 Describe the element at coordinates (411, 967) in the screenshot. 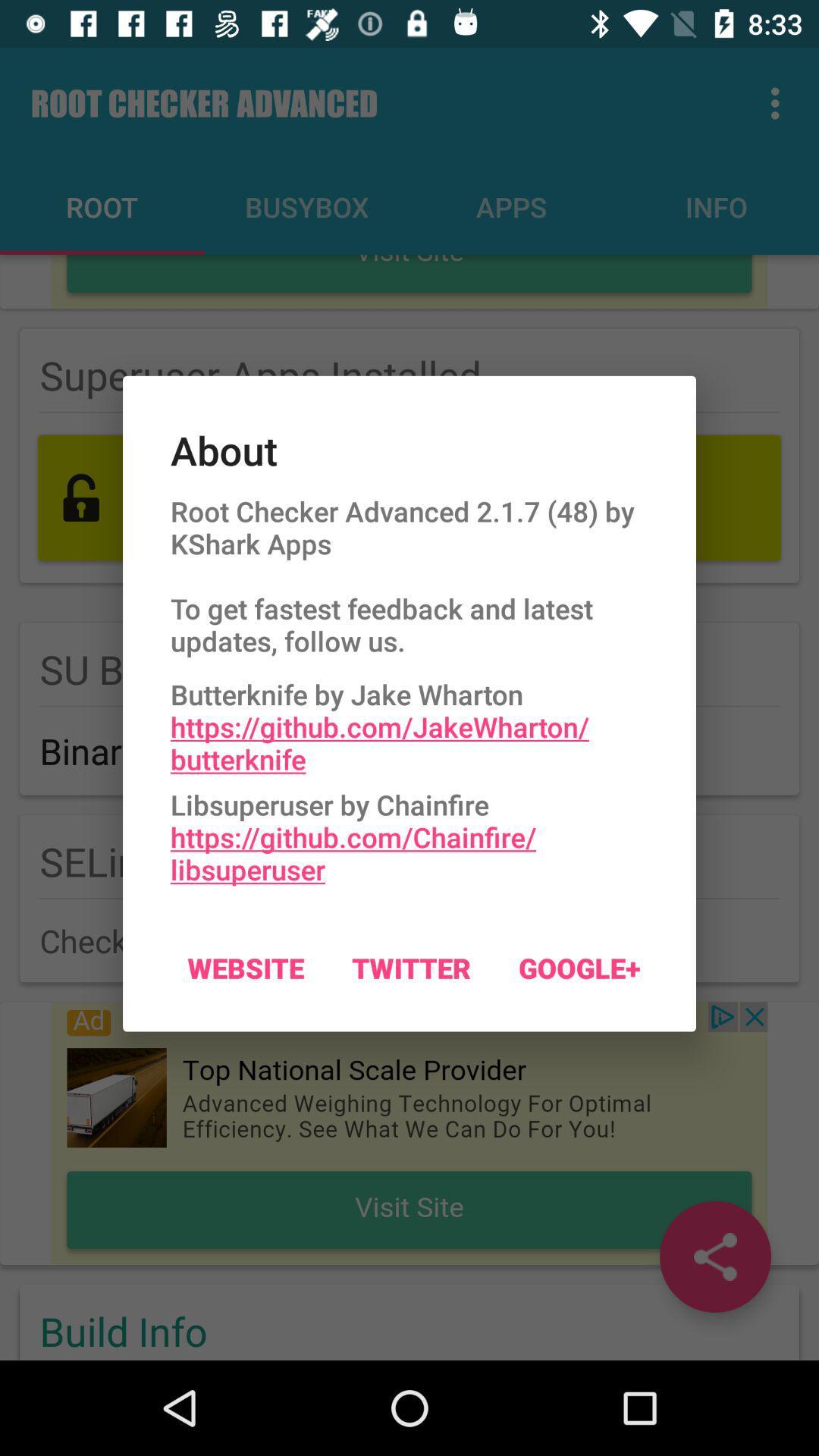

I see `the twitter icon` at that location.